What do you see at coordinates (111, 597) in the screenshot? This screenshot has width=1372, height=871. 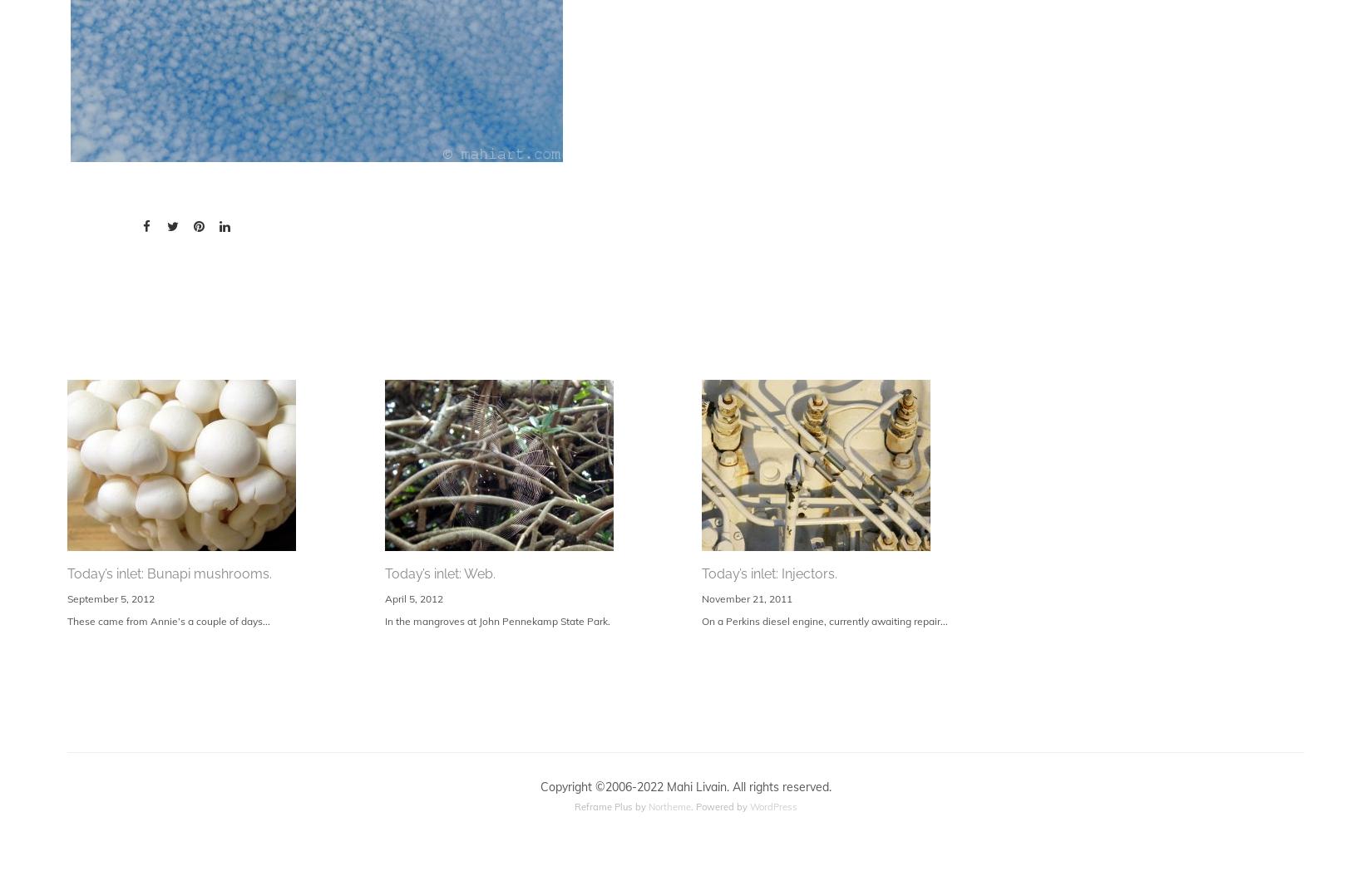 I see `'September 5, 2012'` at bounding box center [111, 597].